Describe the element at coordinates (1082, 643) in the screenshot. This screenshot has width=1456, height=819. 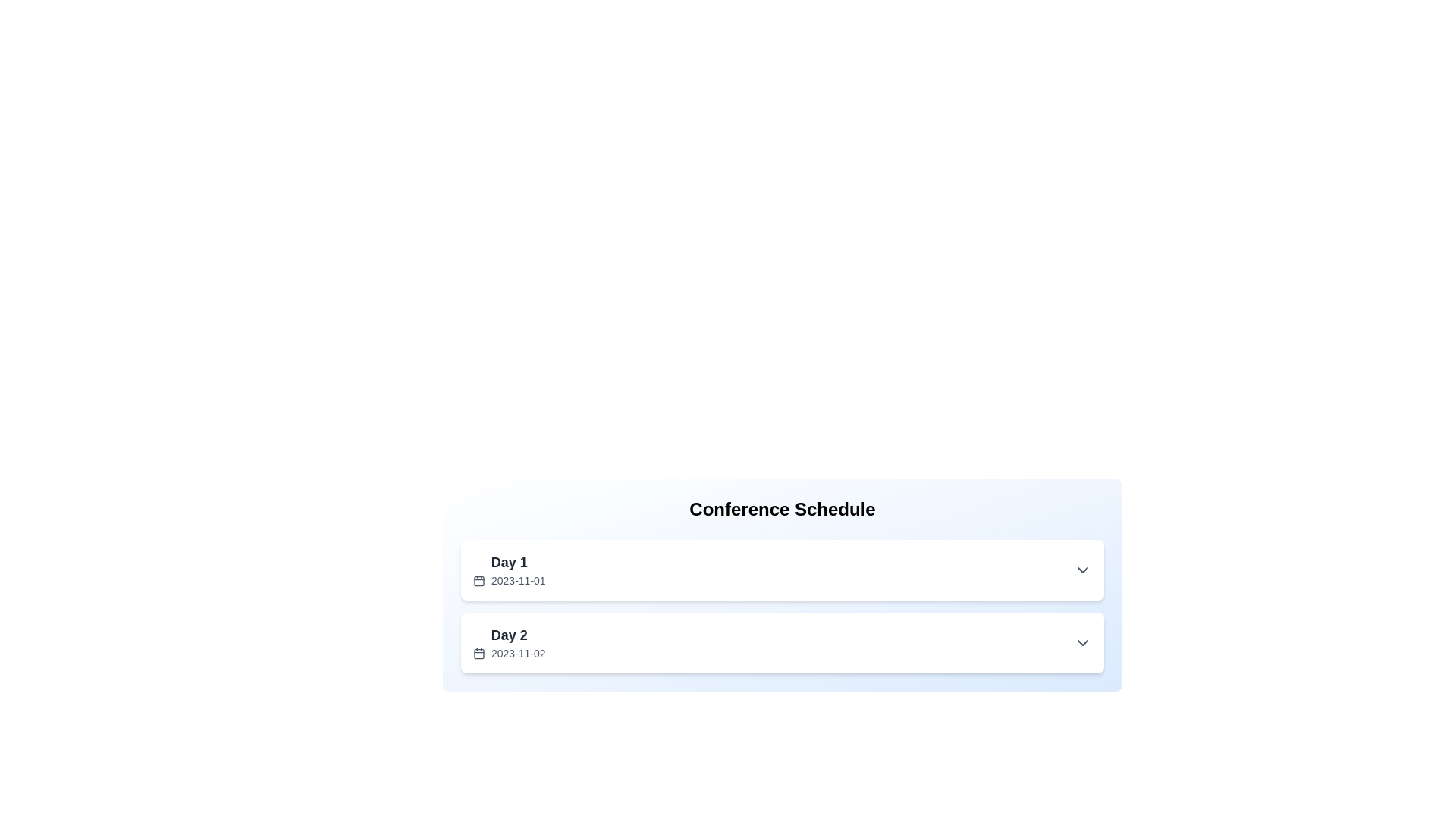
I see `the toggle button (chevron icon) on the right side of the 'Day 2' row` at that location.